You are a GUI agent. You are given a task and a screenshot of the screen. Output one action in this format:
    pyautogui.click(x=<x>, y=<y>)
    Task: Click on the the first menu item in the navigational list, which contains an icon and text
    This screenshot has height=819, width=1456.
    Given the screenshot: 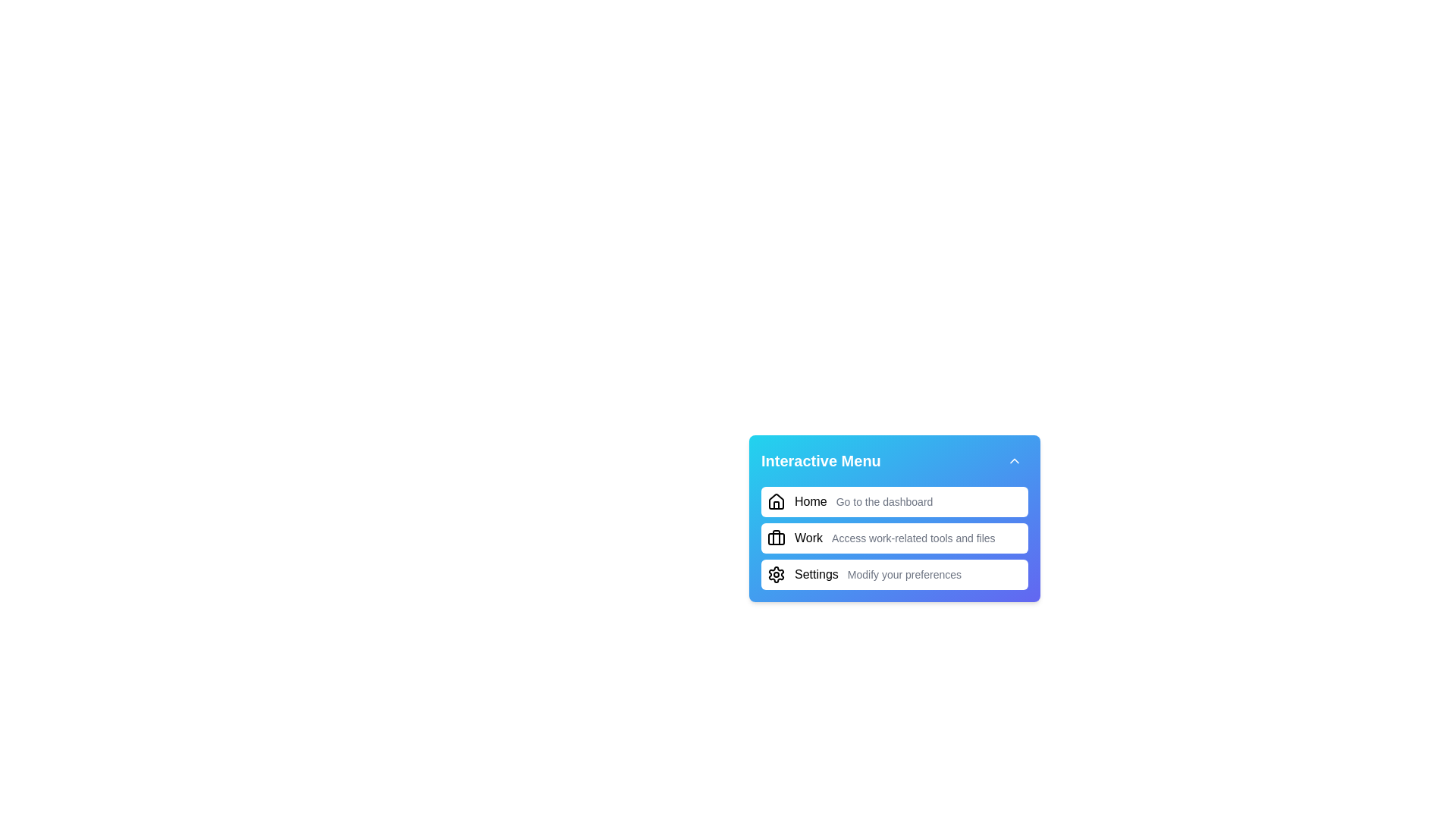 What is the action you would take?
    pyautogui.click(x=895, y=502)
    